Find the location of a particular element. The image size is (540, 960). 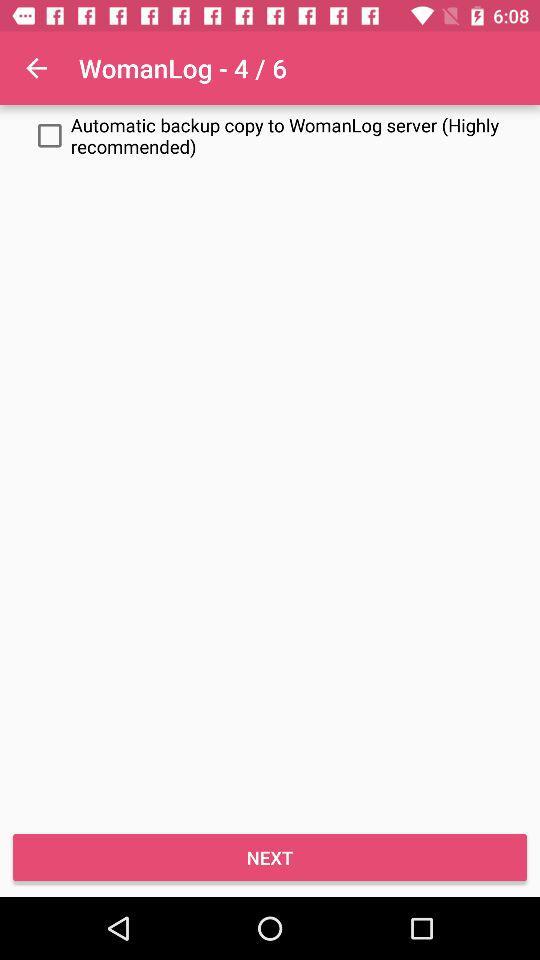

the item above the next icon is located at coordinates (270, 134).